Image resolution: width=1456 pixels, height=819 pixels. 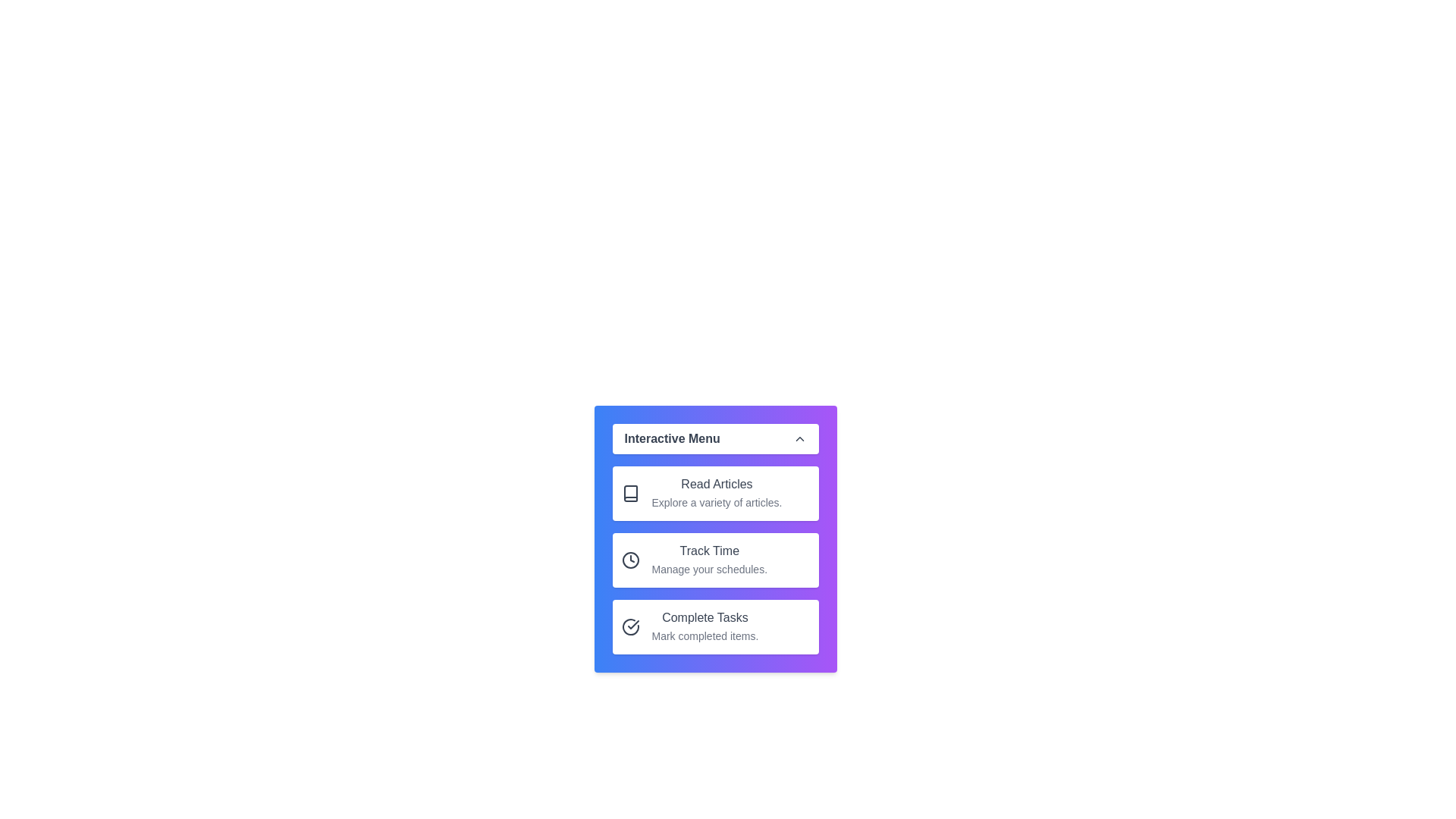 I want to click on the menu item with the title Read Articles, so click(x=714, y=494).